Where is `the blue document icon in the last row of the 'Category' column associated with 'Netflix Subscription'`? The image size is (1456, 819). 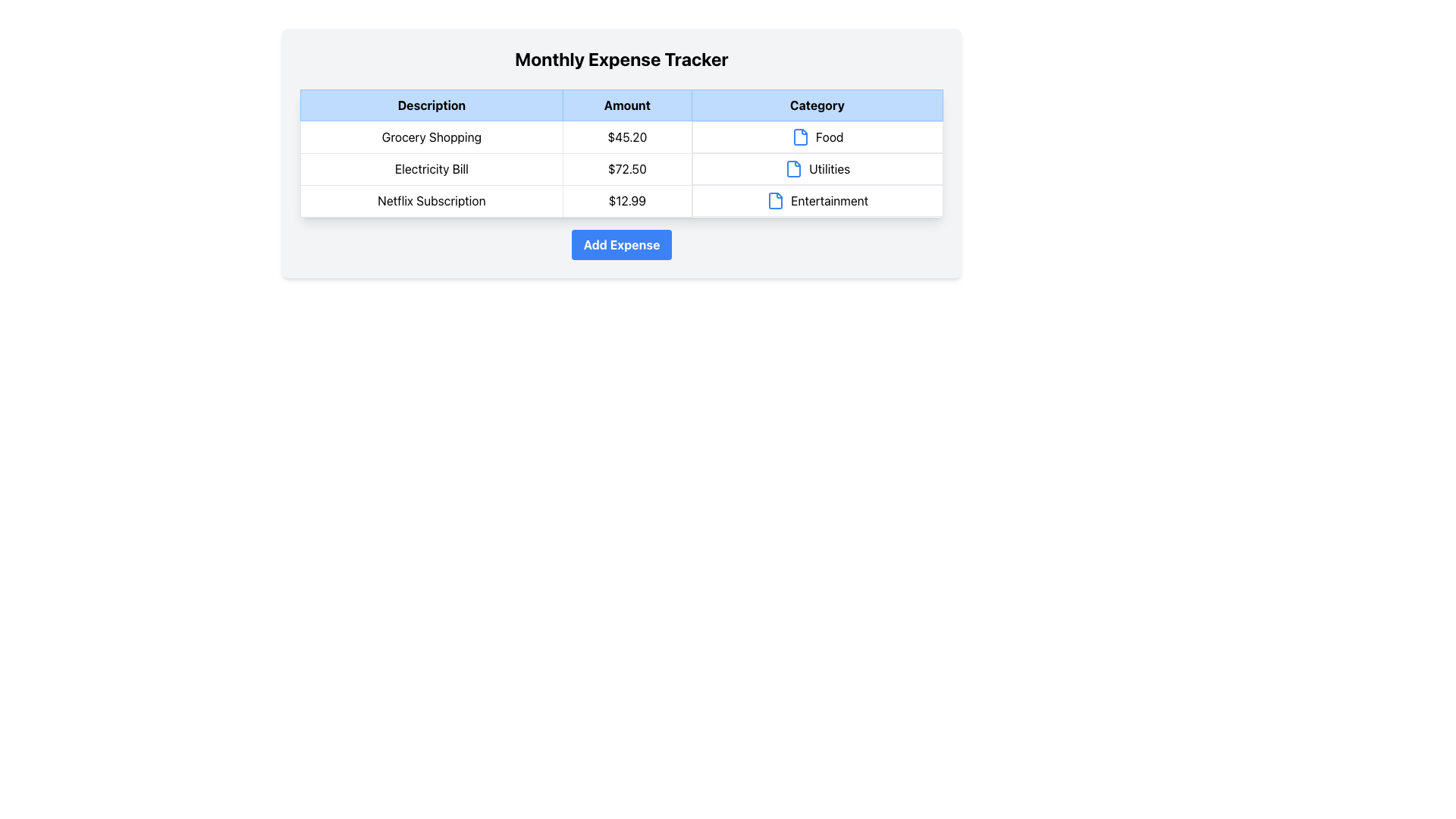
the blue document icon in the last row of the 'Category' column associated with 'Netflix Subscription' is located at coordinates (776, 200).